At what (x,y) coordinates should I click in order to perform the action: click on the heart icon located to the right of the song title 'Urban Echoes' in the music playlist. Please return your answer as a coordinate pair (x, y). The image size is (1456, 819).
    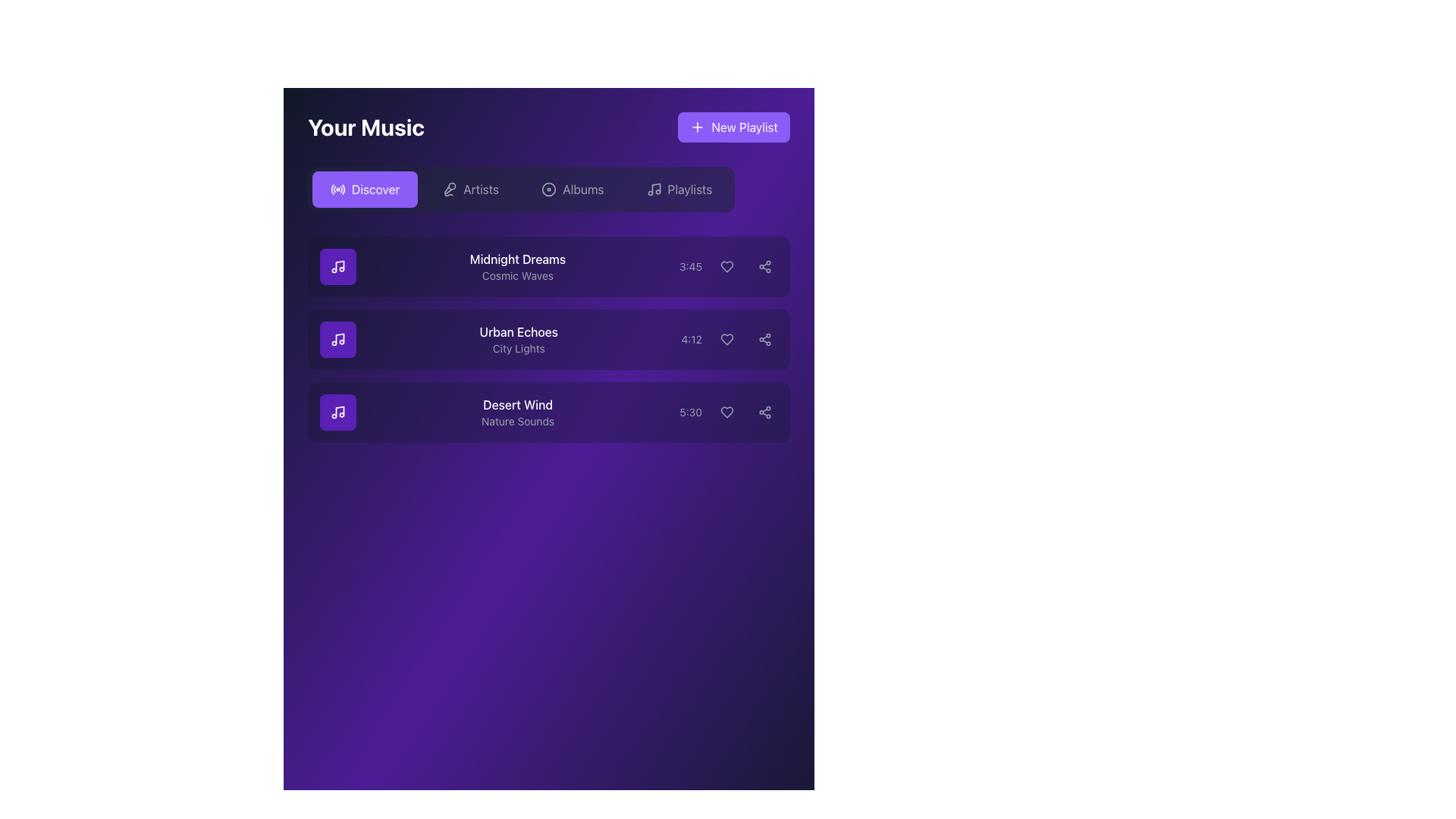
    Looking at the image, I should click on (726, 338).